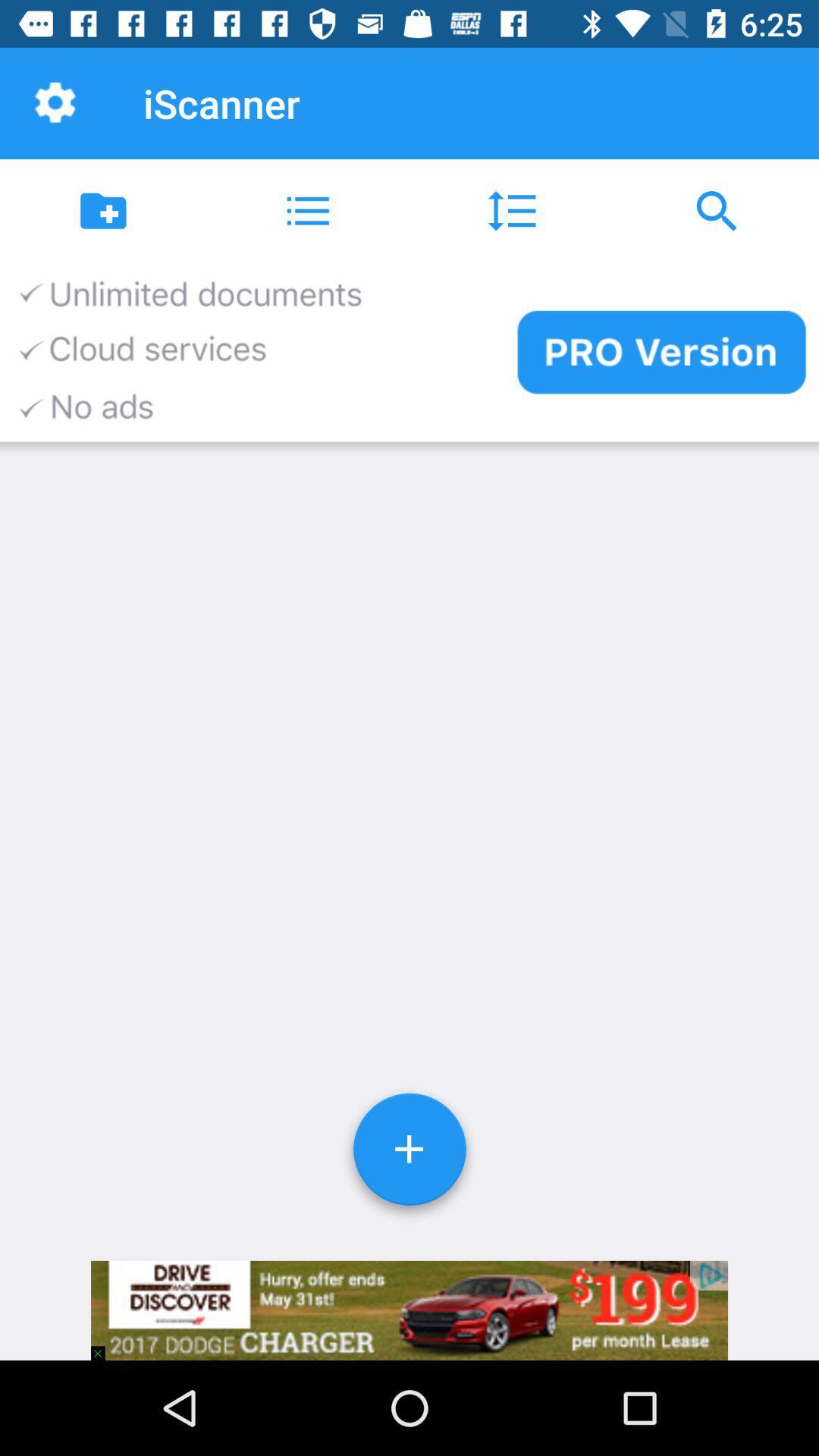 The image size is (819, 1456). What do you see at coordinates (307, 210) in the screenshot?
I see `the item below iscanner` at bounding box center [307, 210].